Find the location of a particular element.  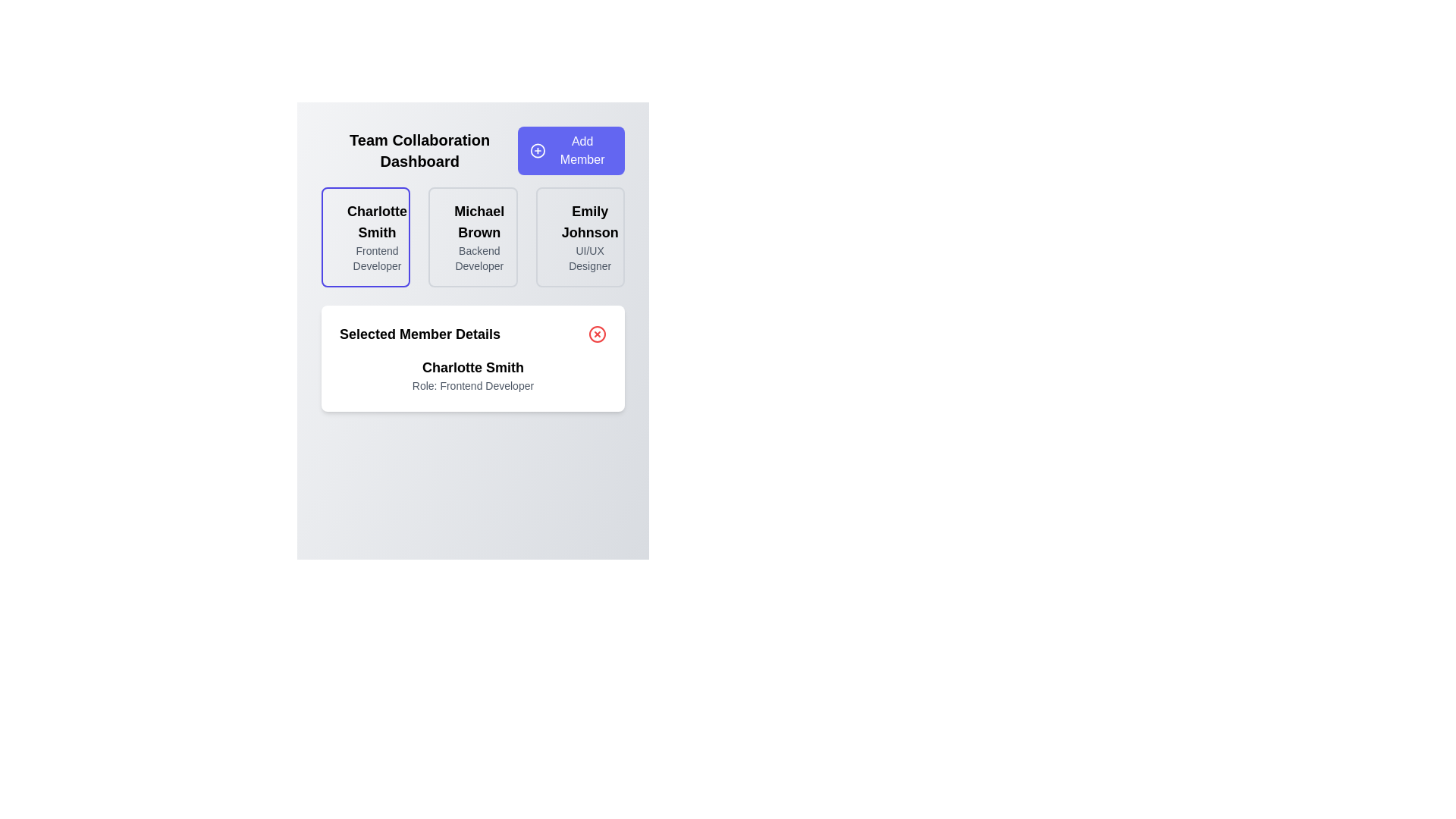

the text label displaying 'Team Collaboration Dashboard', which is the header text in bold and larger size, located at the top-left corner of the interface is located at coordinates (419, 151).